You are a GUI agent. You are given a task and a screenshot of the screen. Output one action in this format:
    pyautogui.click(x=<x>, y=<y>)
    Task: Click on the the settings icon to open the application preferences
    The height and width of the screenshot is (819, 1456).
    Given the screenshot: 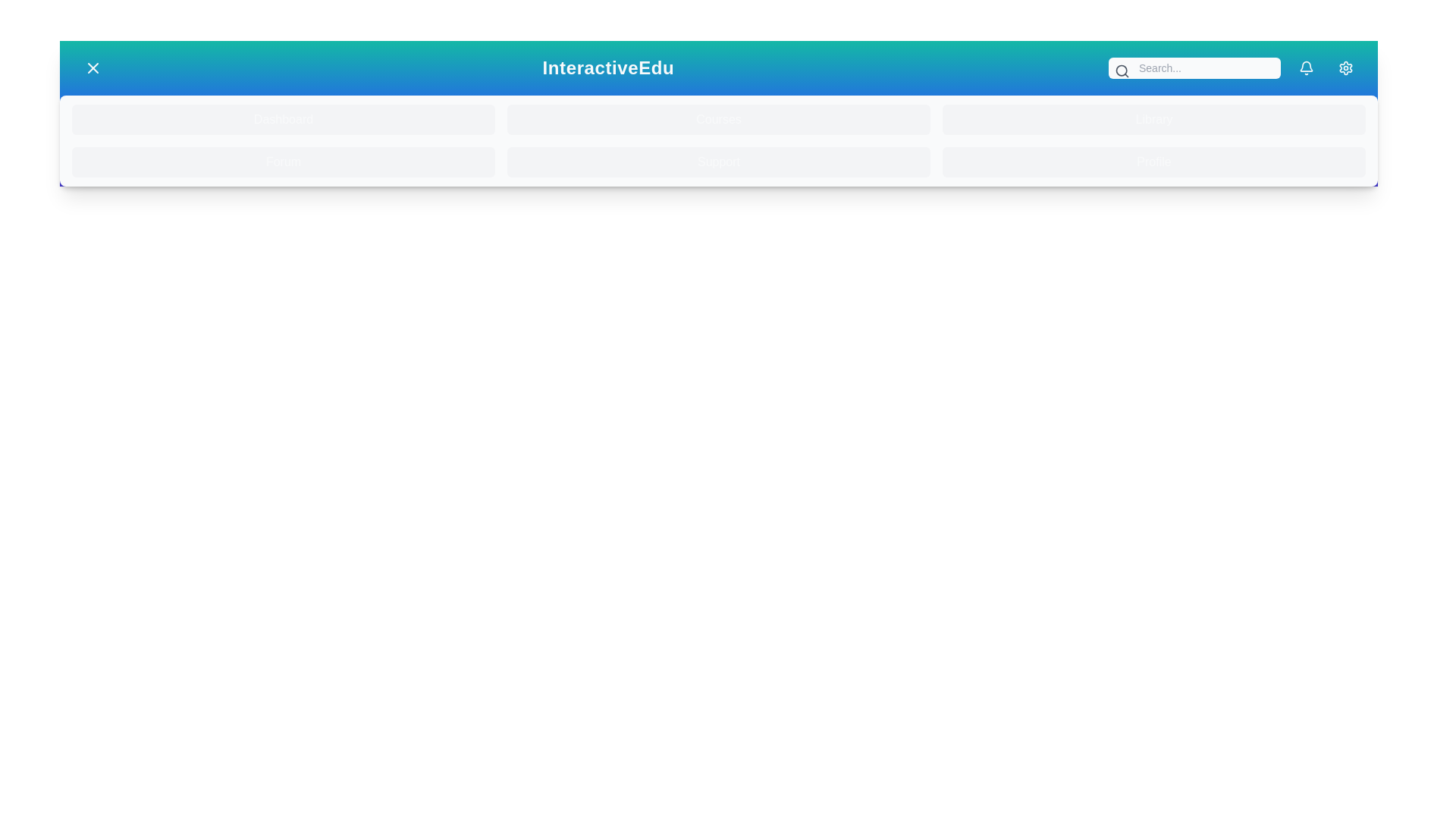 What is the action you would take?
    pyautogui.click(x=1346, y=67)
    